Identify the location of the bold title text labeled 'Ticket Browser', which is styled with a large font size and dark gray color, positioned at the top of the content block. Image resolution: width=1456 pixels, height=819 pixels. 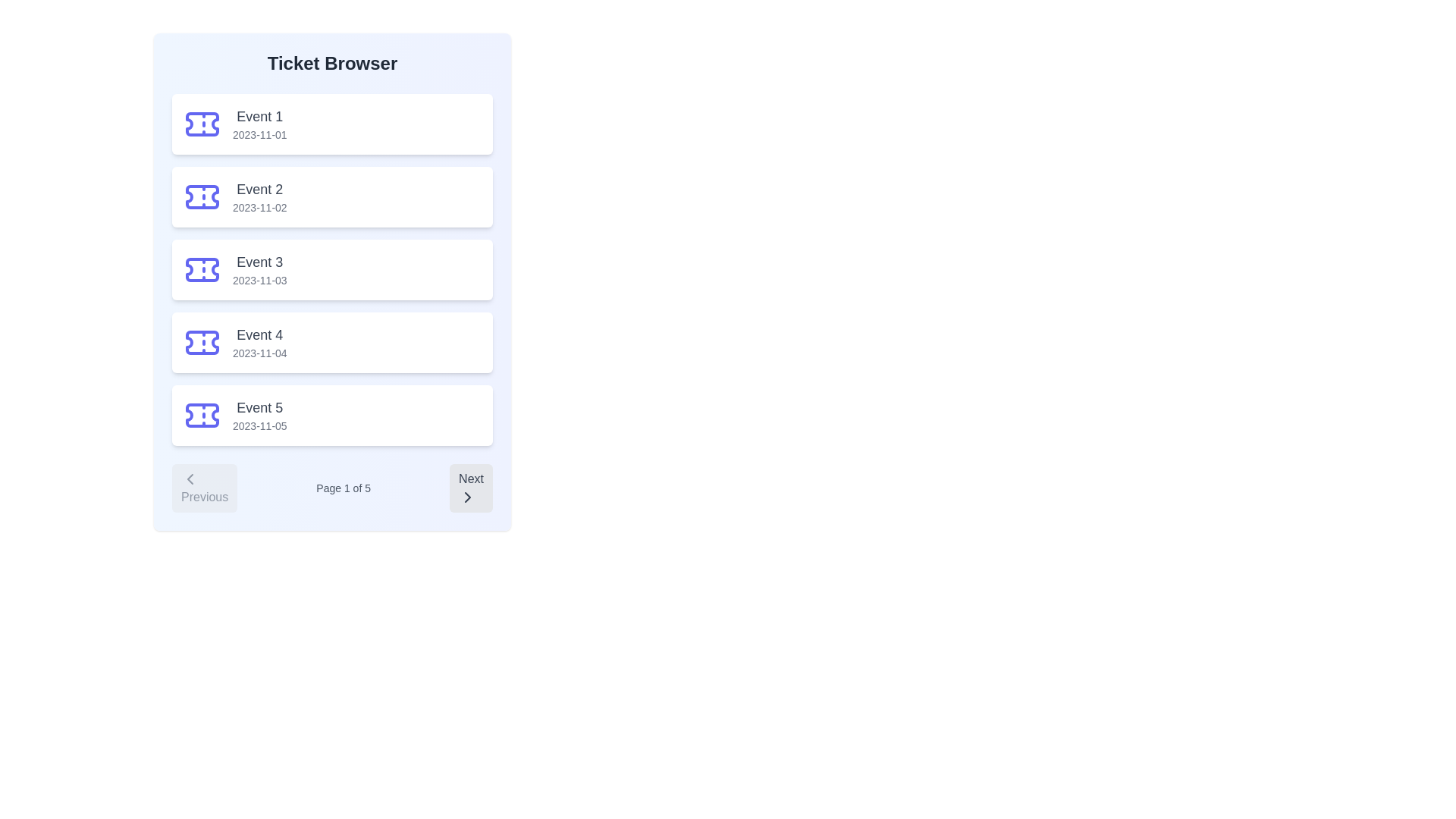
(331, 63).